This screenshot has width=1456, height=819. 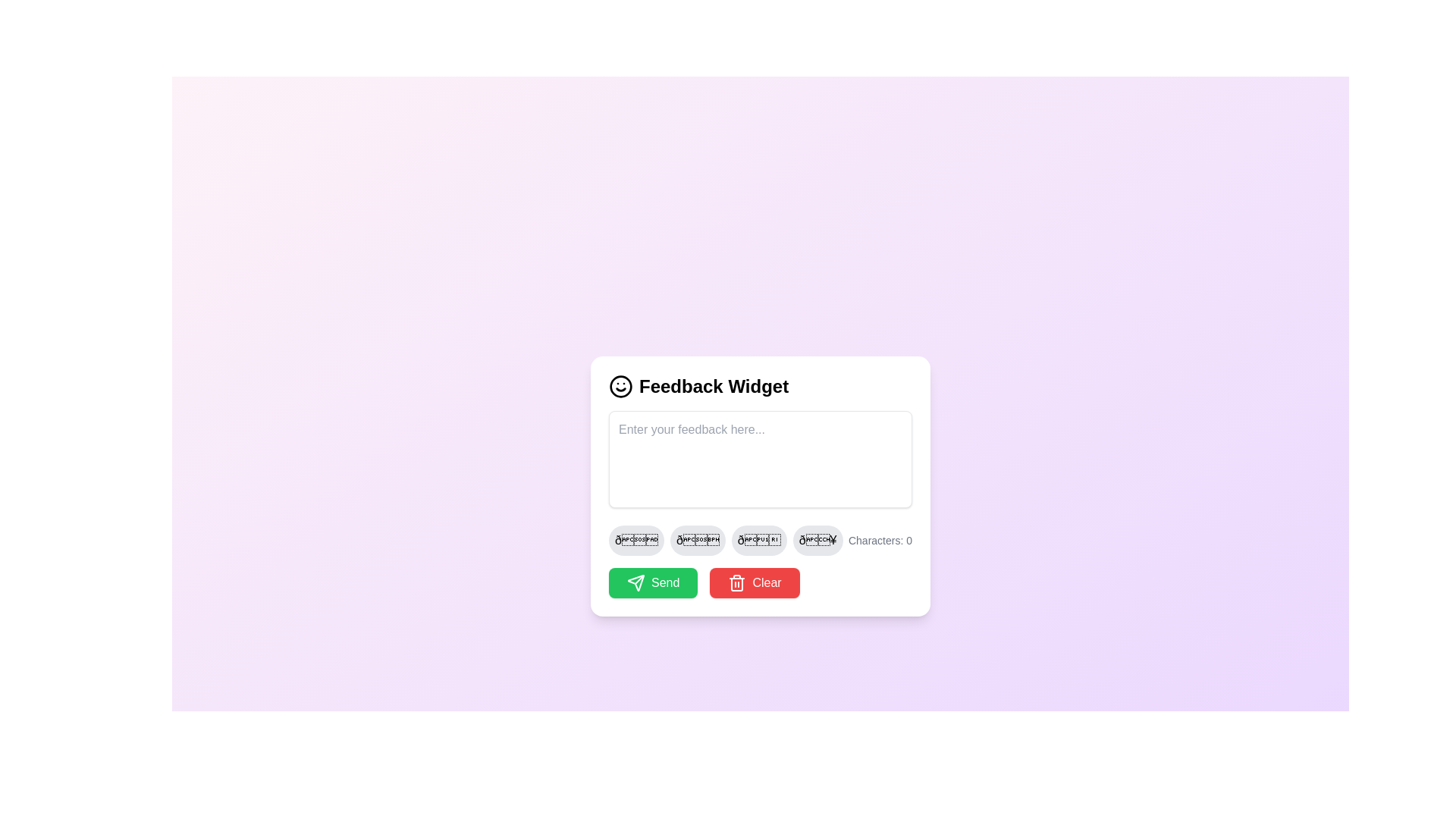 What do you see at coordinates (755, 582) in the screenshot?
I see `the 'Clear' button, which is a rectangular button with a red background and white text, located immediately to the right of the green 'Send' button` at bounding box center [755, 582].